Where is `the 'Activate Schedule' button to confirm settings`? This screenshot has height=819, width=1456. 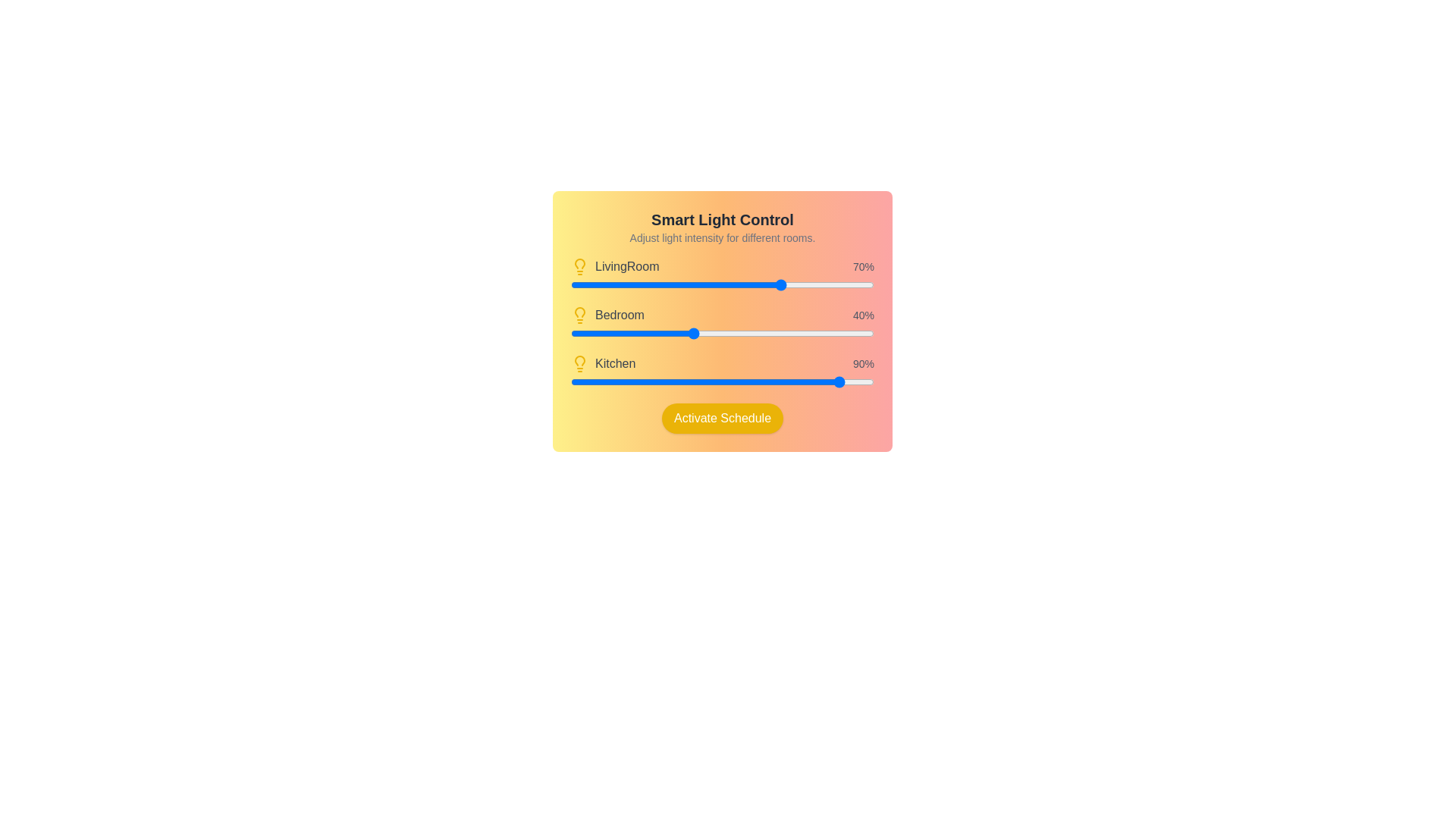 the 'Activate Schedule' button to confirm settings is located at coordinates (721, 418).